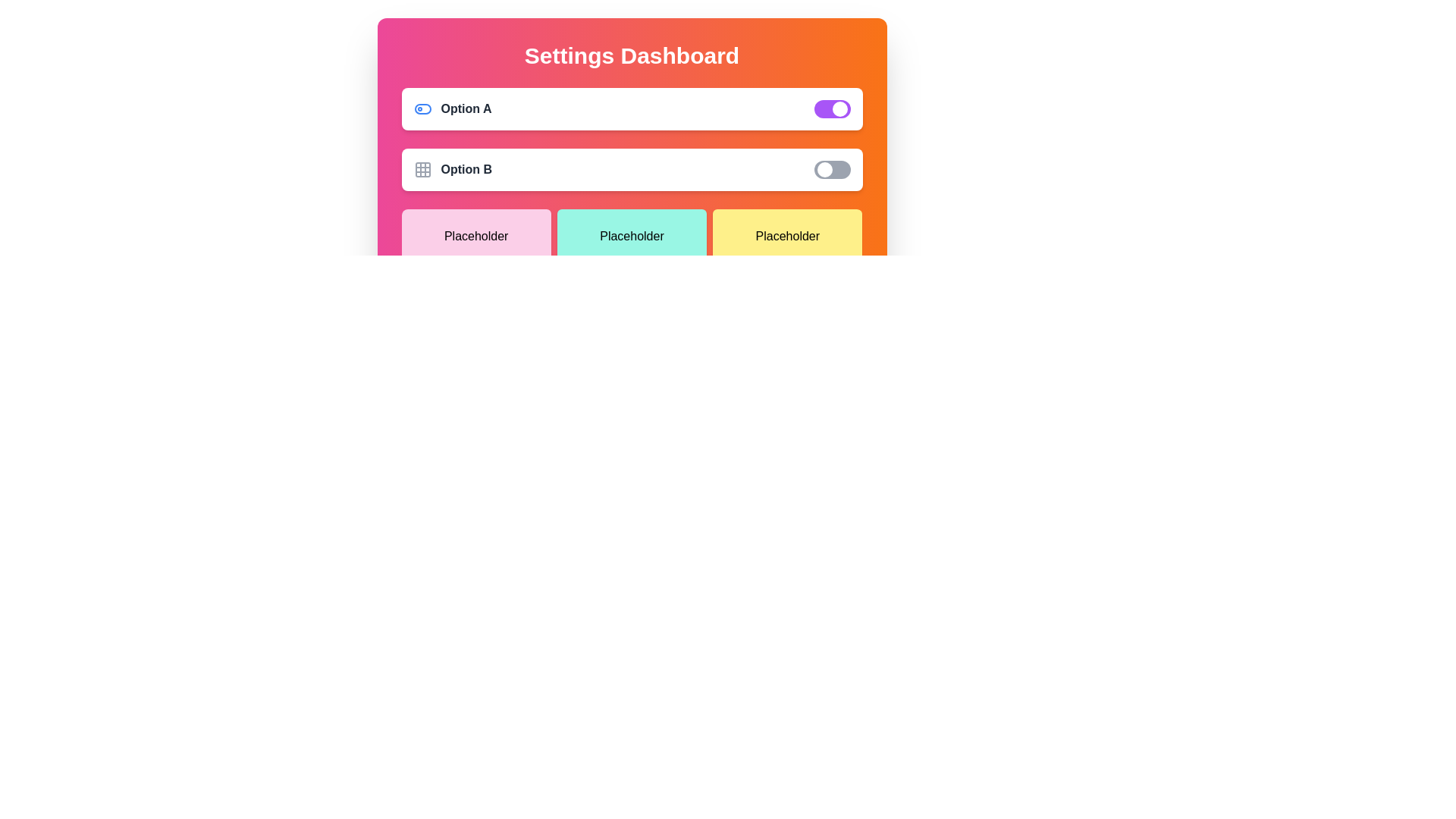 This screenshot has width=1456, height=819. What do you see at coordinates (839, 108) in the screenshot?
I see `the toggle button handle that indicates the 'on' state of the first toggle switch corresponding to 'Option A' in the Settings Dashboard` at bounding box center [839, 108].